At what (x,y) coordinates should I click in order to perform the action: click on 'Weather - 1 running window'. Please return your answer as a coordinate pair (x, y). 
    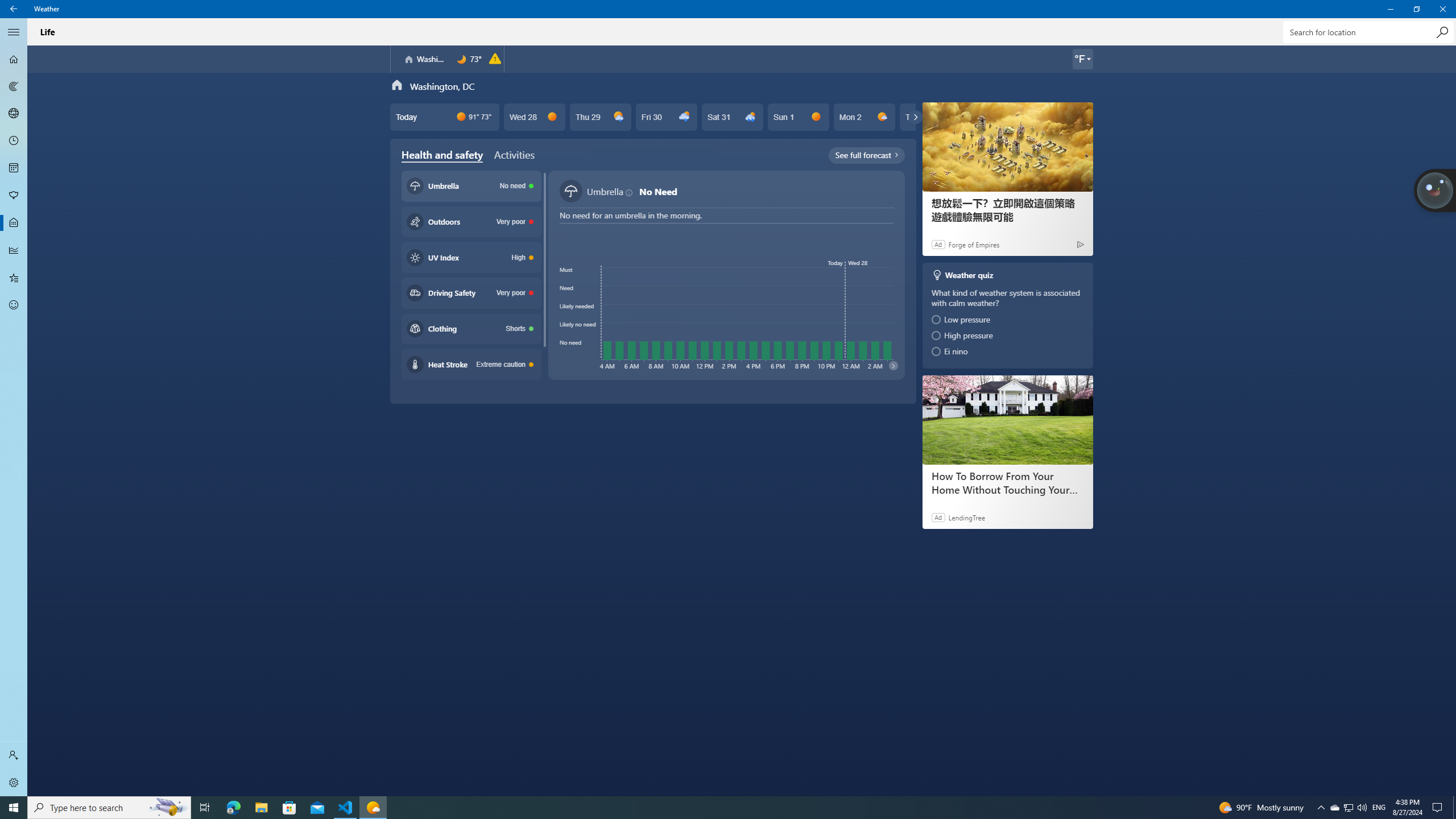
    Looking at the image, I should click on (373, 806).